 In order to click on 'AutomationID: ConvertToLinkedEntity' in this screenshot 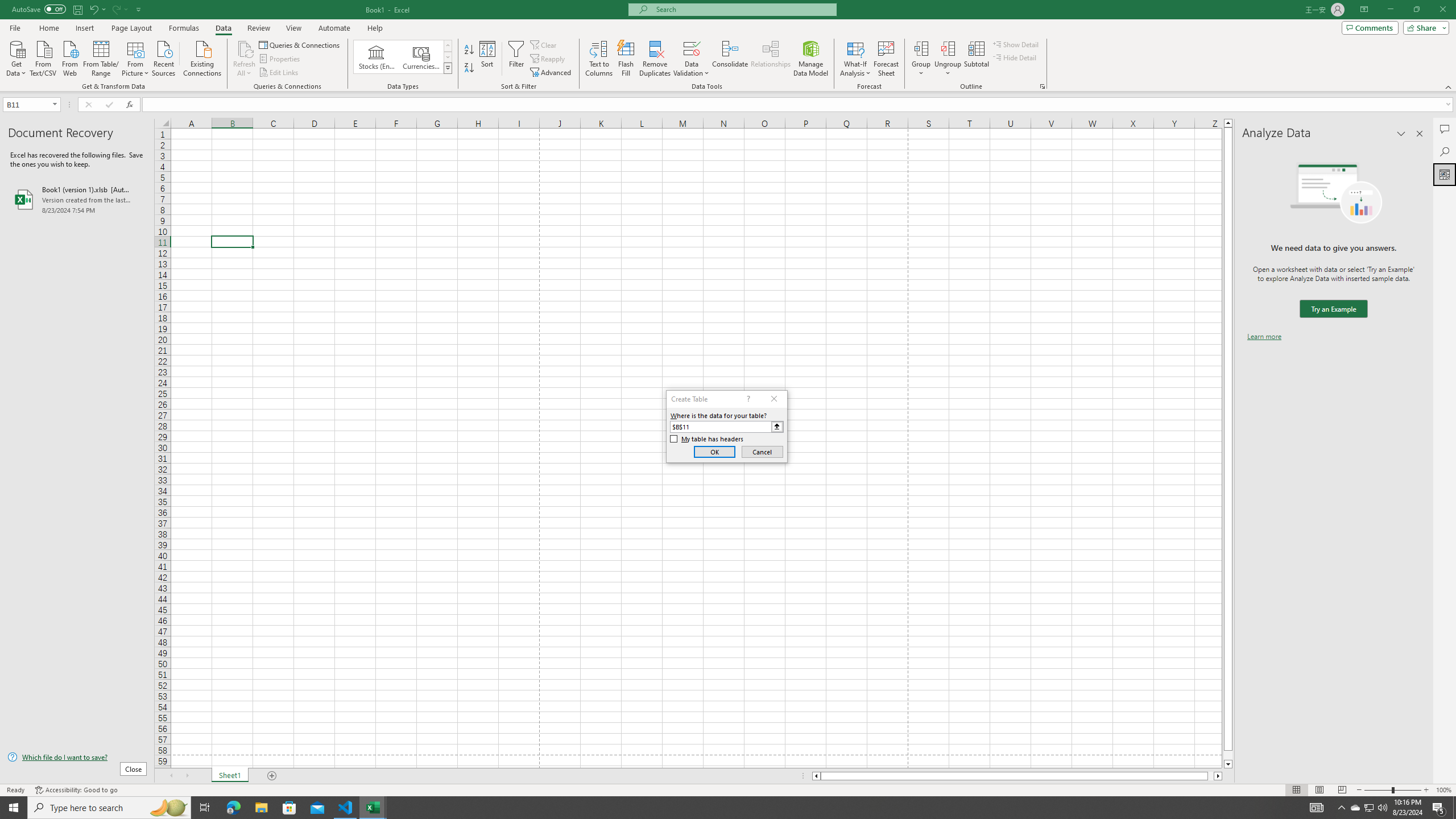, I will do `click(403, 56)`.